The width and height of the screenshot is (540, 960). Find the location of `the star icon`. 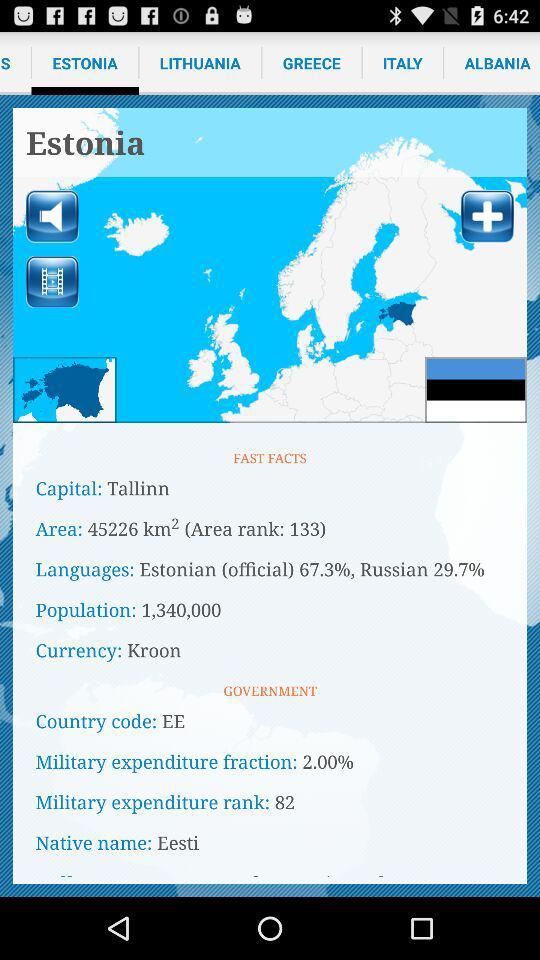

the star icon is located at coordinates (64, 416).